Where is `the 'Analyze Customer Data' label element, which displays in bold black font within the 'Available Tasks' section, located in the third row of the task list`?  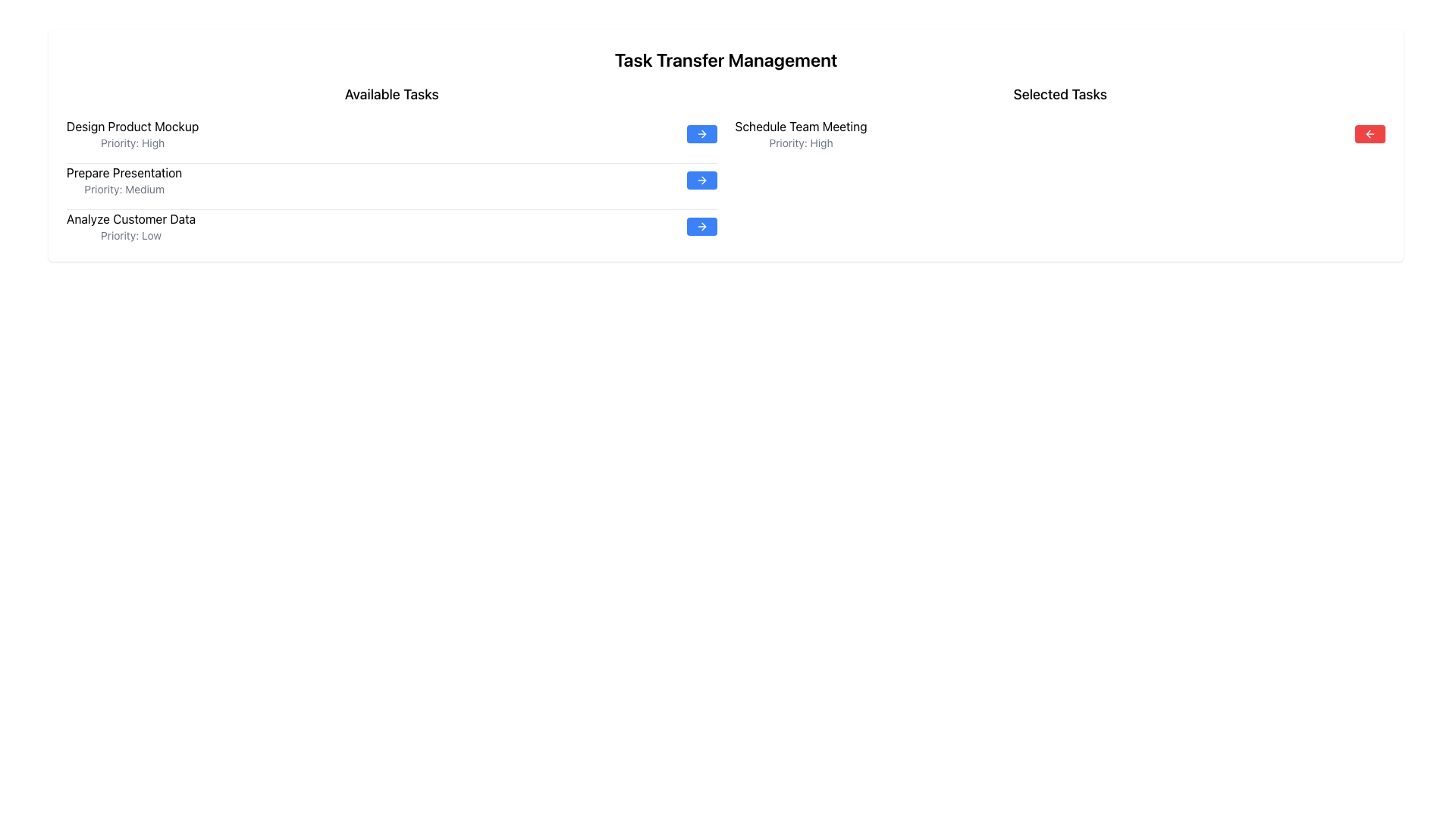
the 'Analyze Customer Data' label element, which displays in bold black font within the 'Available Tasks' section, located in the third row of the task list is located at coordinates (130, 219).